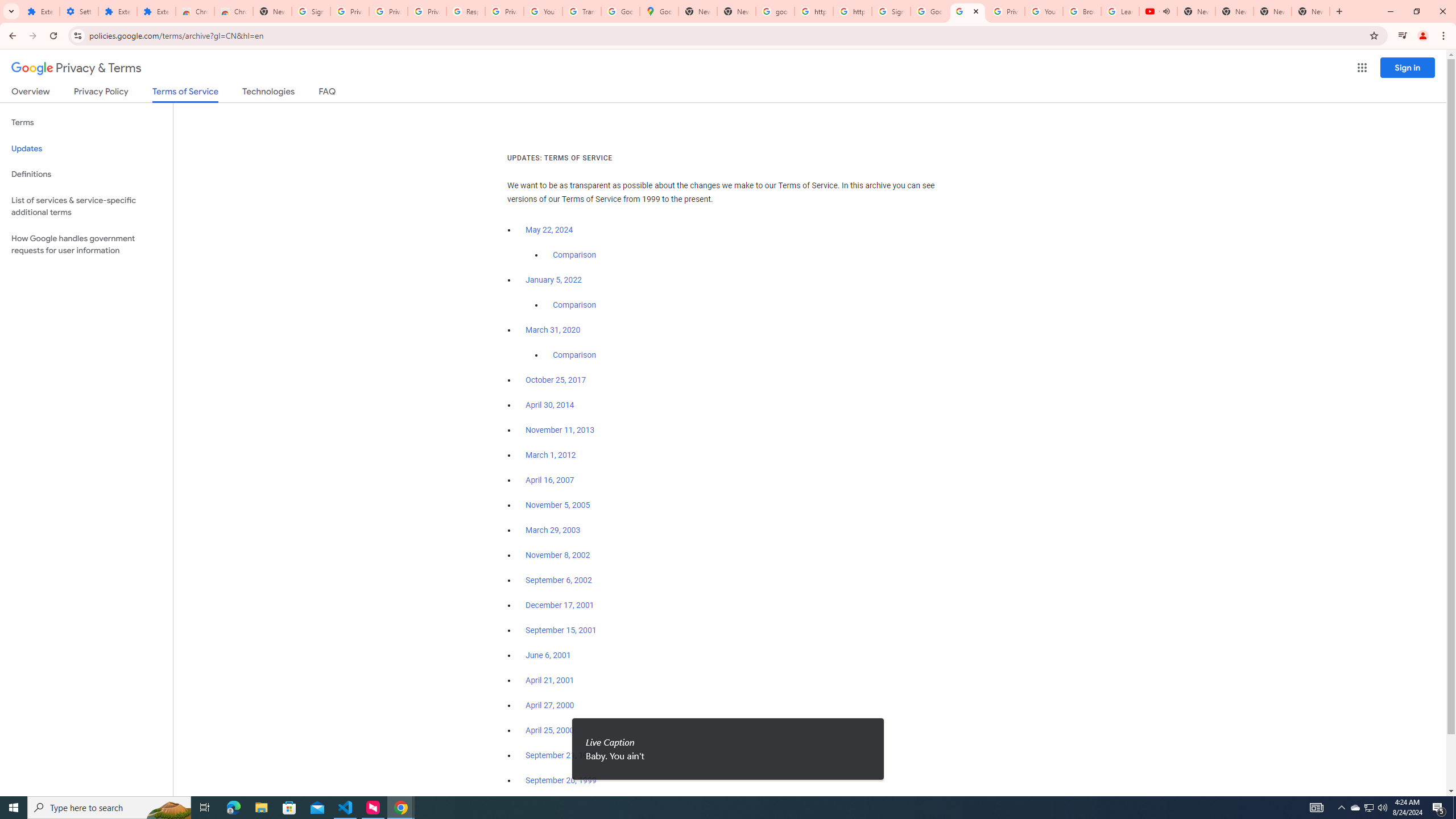 This screenshot has height=819, width=1456. What do you see at coordinates (552, 330) in the screenshot?
I see `'March 31, 2020'` at bounding box center [552, 330].